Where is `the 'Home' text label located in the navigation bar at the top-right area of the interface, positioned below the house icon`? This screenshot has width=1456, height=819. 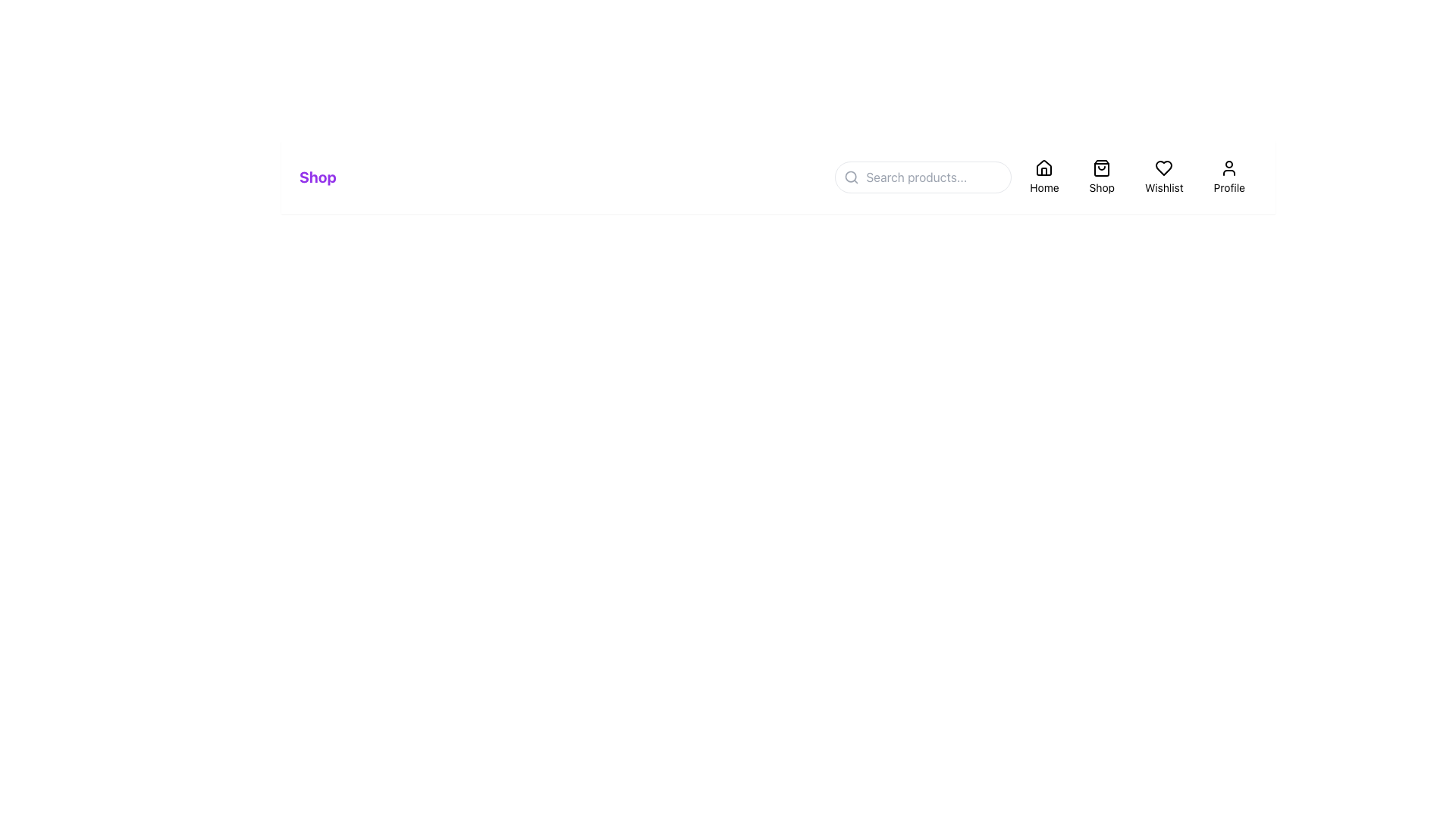 the 'Home' text label located in the navigation bar at the top-right area of the interface, positioned below the house icon is located at coordinates (1043, 187).